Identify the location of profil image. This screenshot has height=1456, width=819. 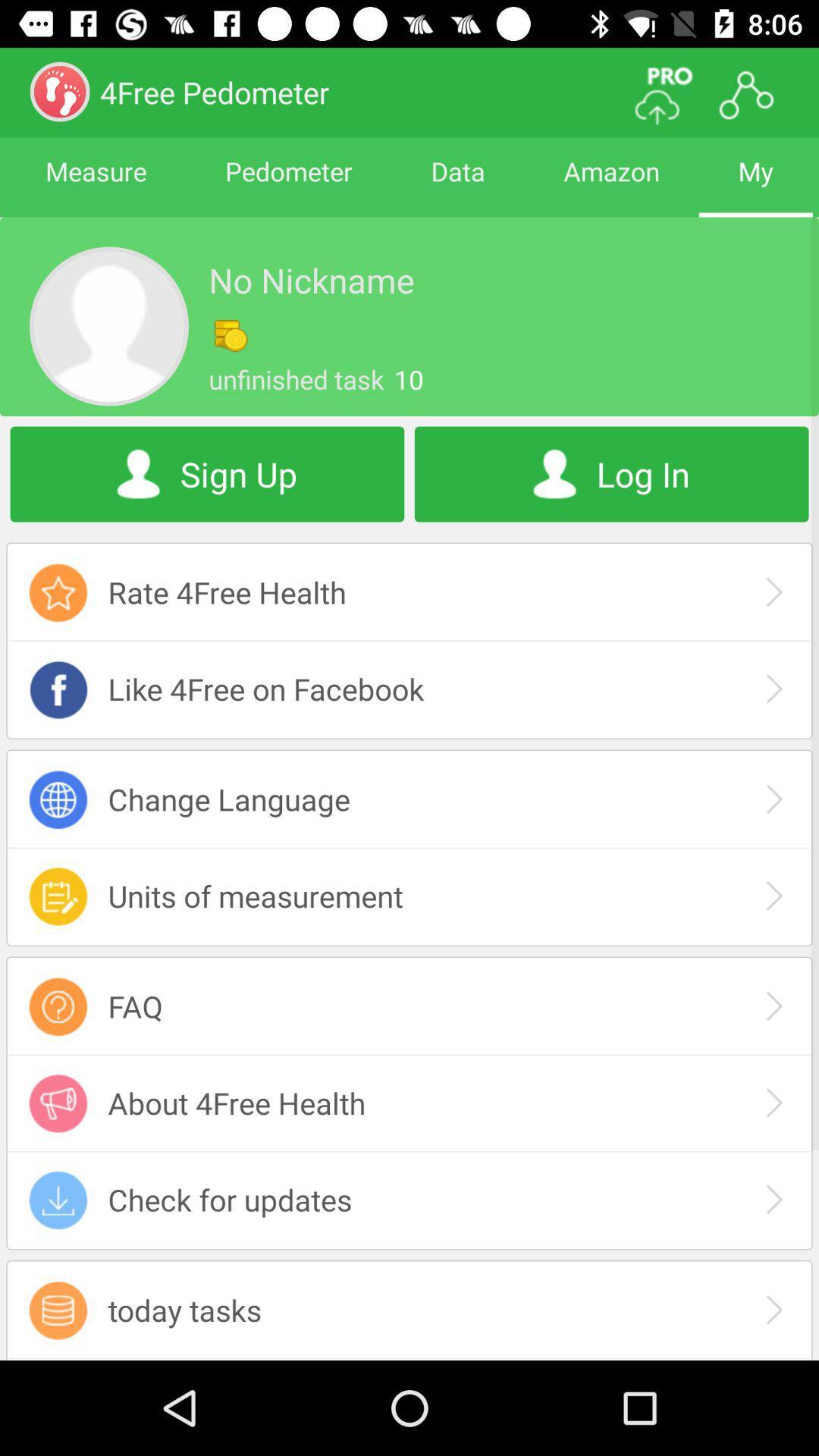
(108, 325).